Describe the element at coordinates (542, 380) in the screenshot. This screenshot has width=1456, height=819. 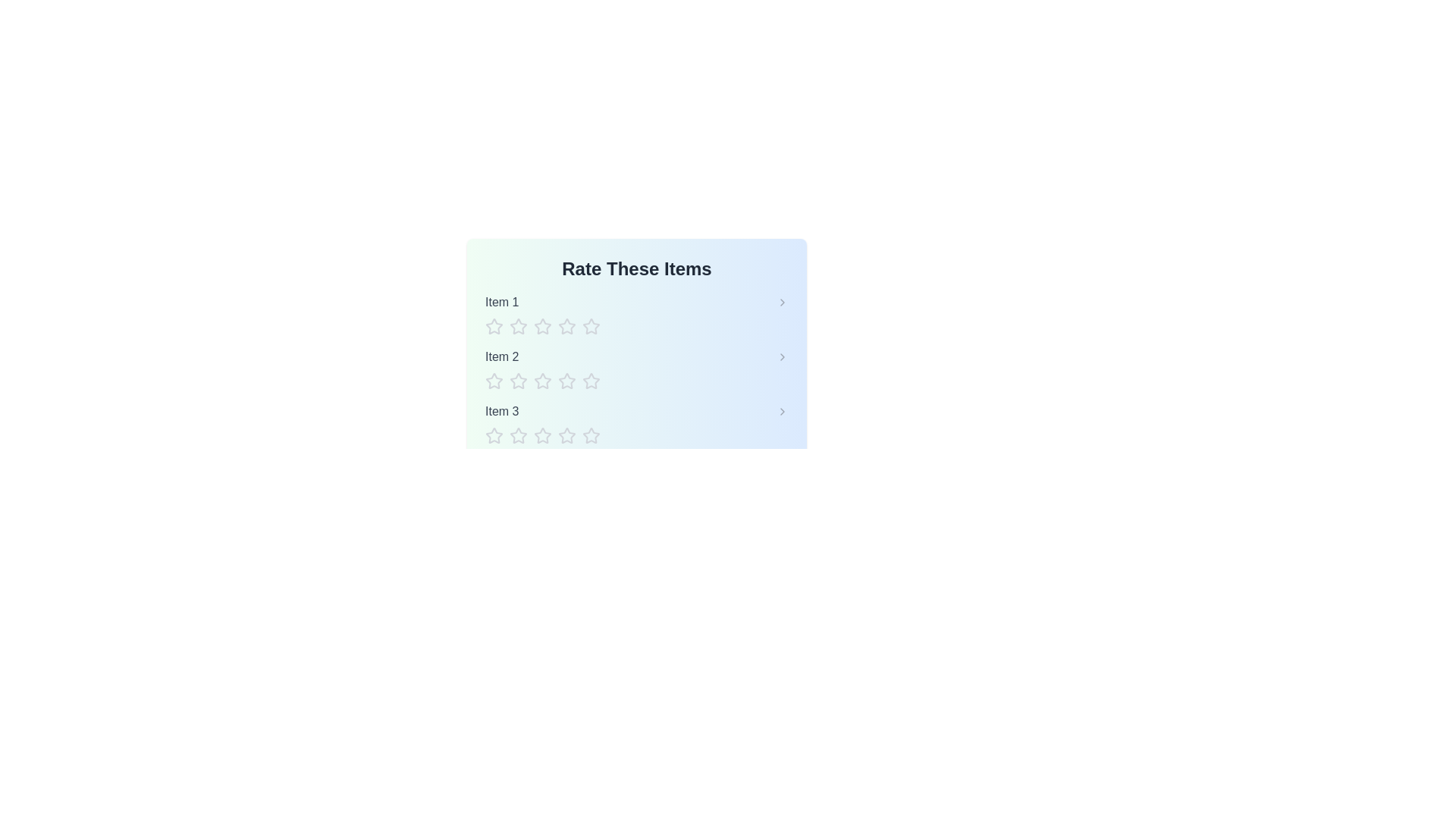
I see `the star corresponding to the rating 3 for item Item 2` at that location.